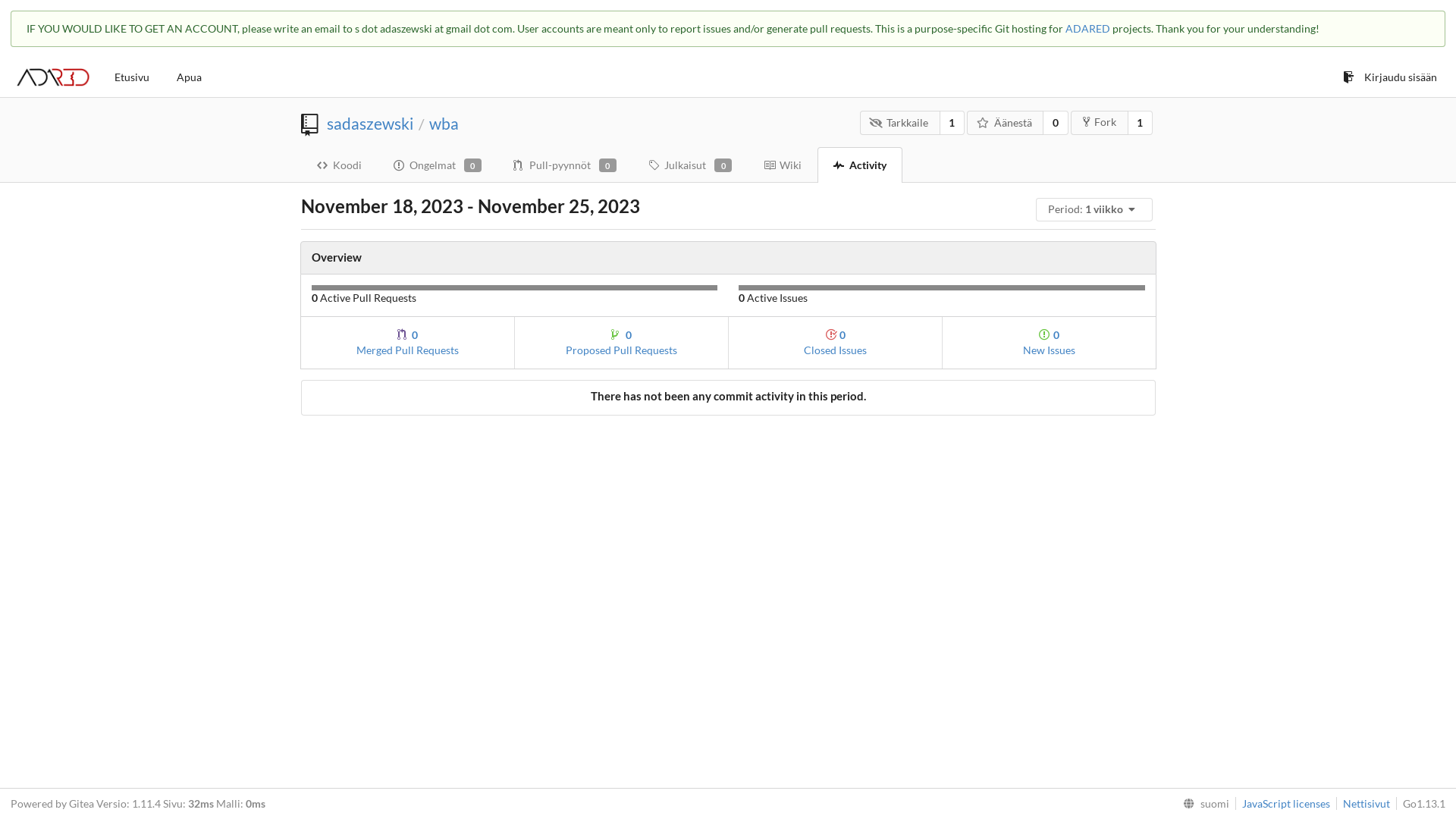 Image resolution: width=1456 pixels, height=819 pixels. I want to click on 'Wiki', so click(747, 164).